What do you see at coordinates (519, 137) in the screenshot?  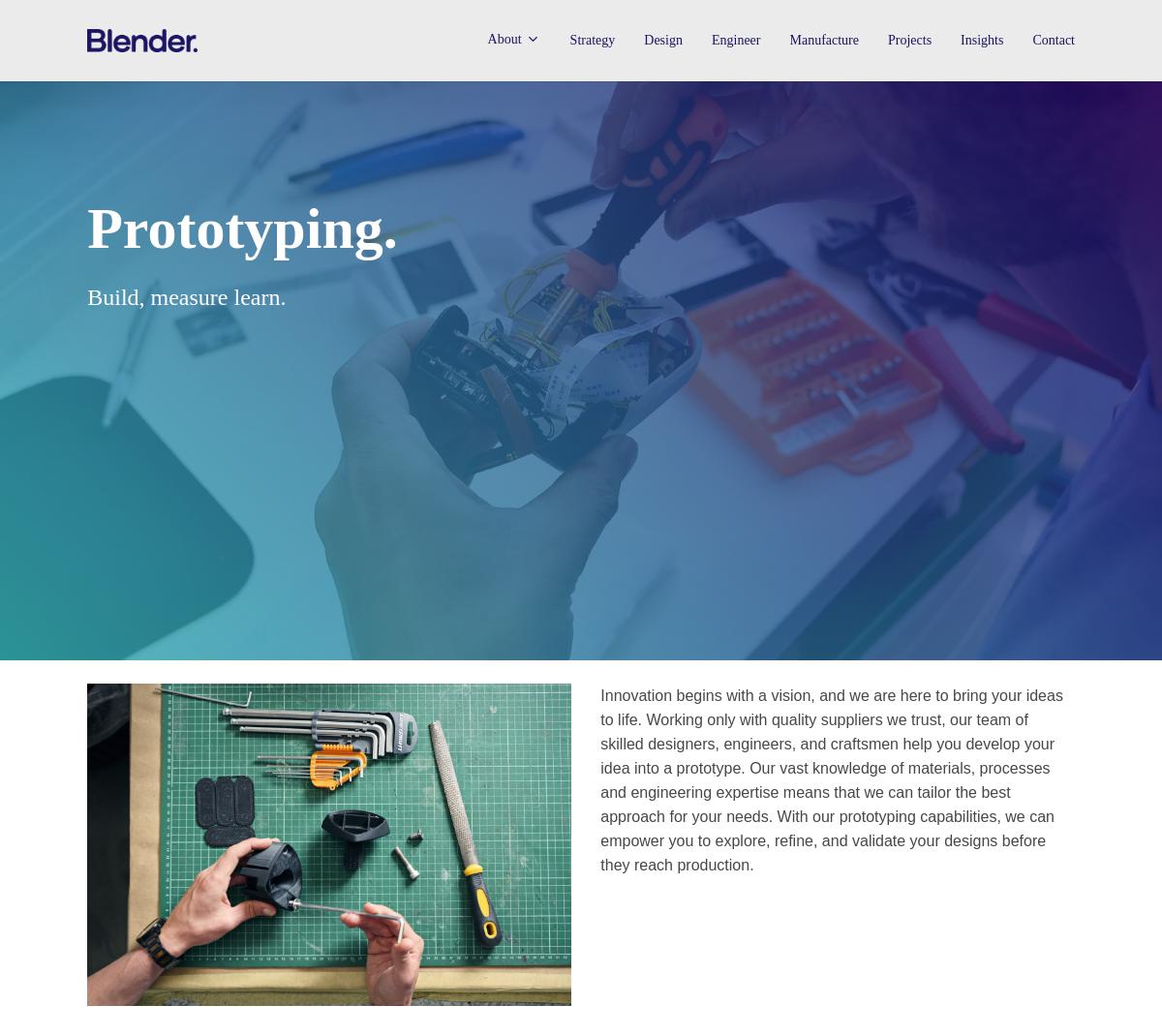 I see `'Services'` at bounding box center [519, 137].